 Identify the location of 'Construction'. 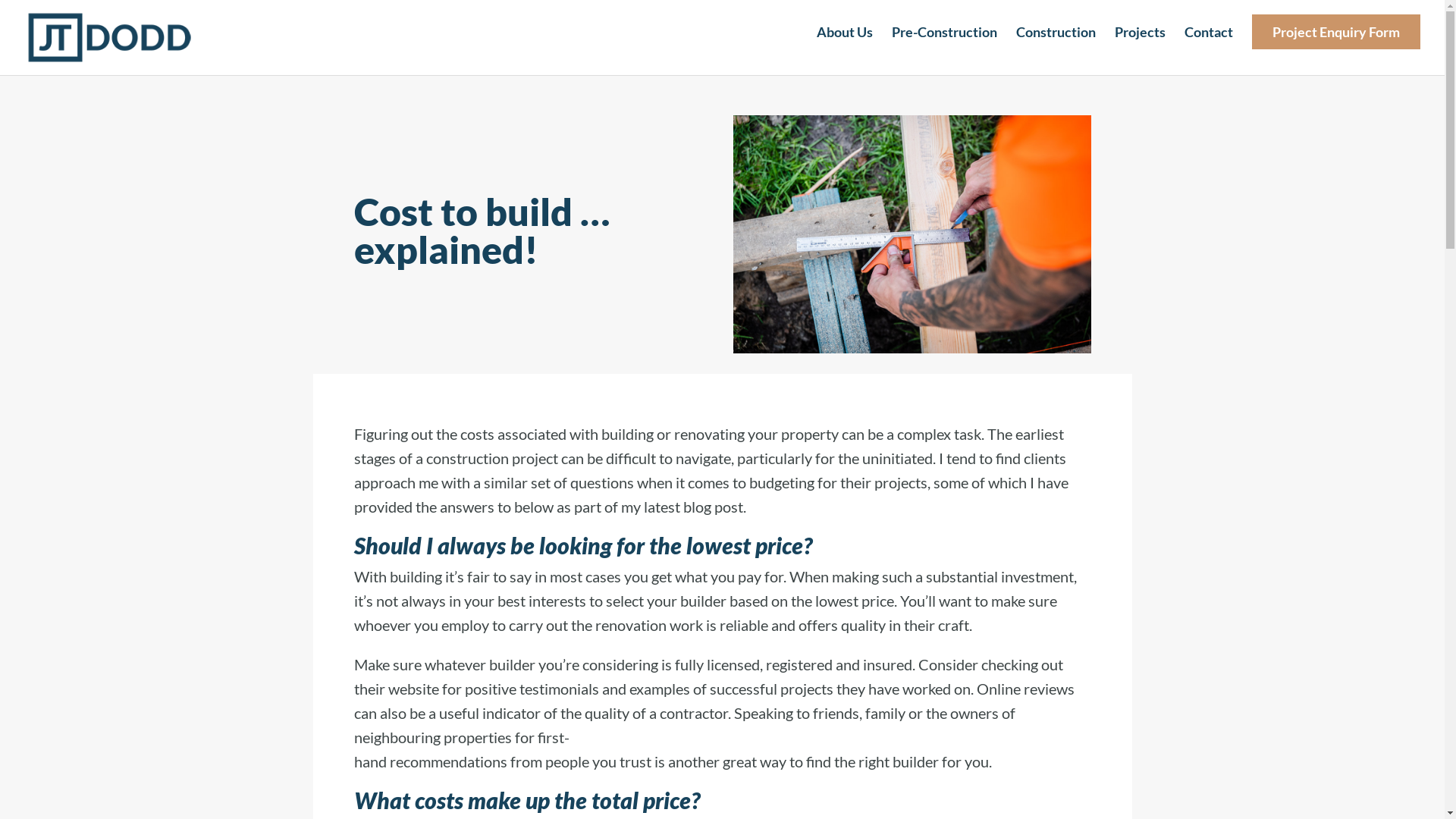
(1055, 44).